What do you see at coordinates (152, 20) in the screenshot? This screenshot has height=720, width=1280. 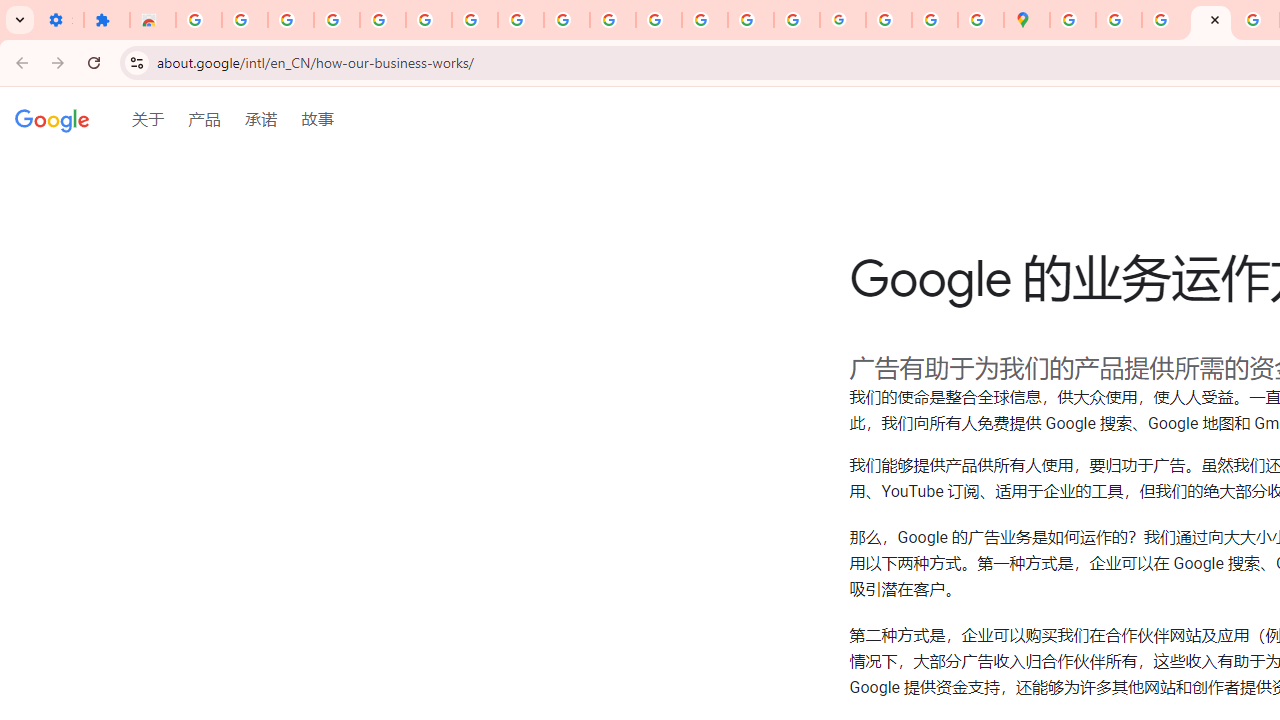 I see `'Reviews: Helix Fruit Jump Arcade Game'` at bounding box center [152, 20].